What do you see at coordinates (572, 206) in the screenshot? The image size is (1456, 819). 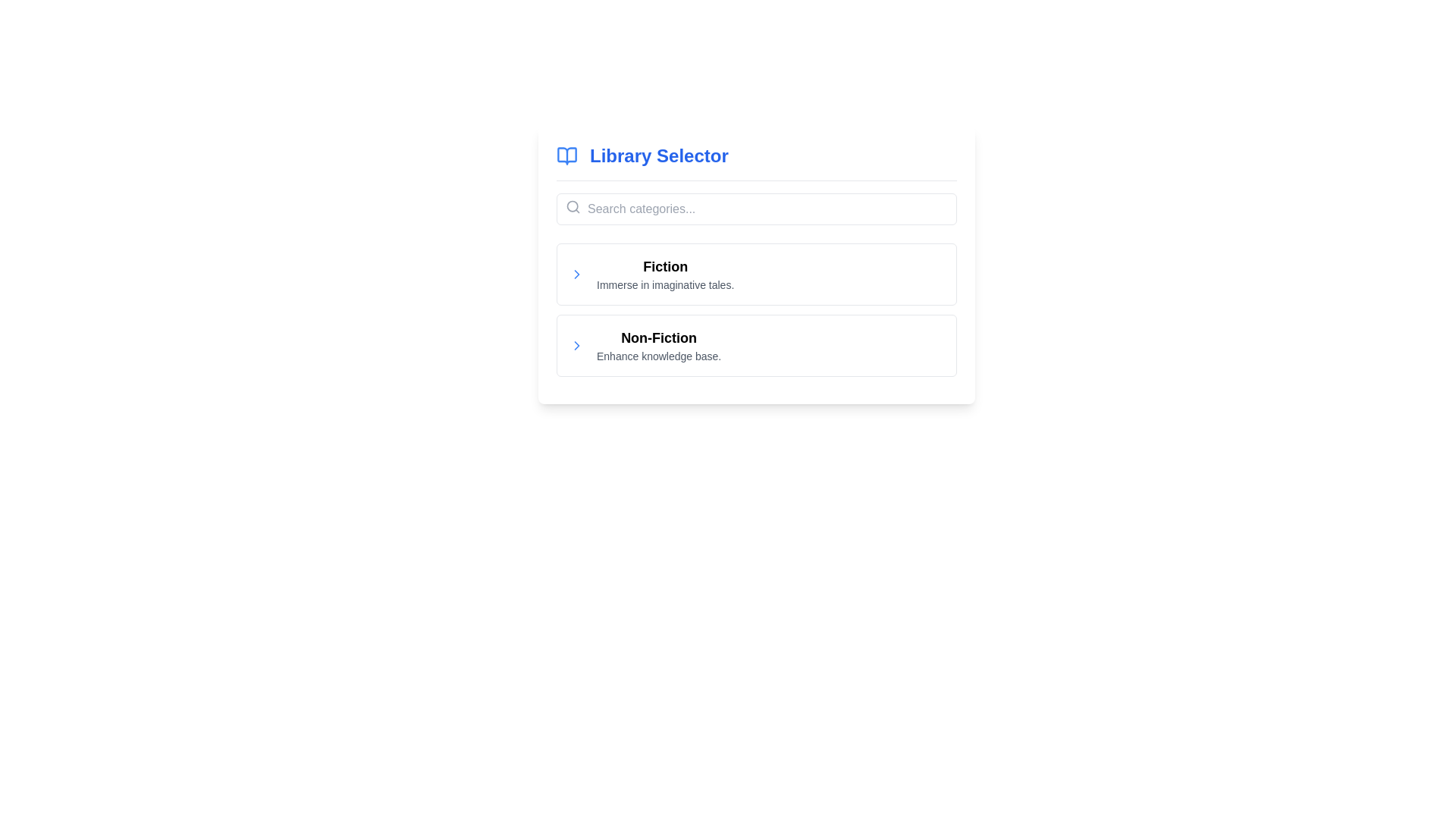 I see `the SVG circle representing the lens of the magnifying glass icon, which indicates search functionality to users` at bounding box center [572, 206].